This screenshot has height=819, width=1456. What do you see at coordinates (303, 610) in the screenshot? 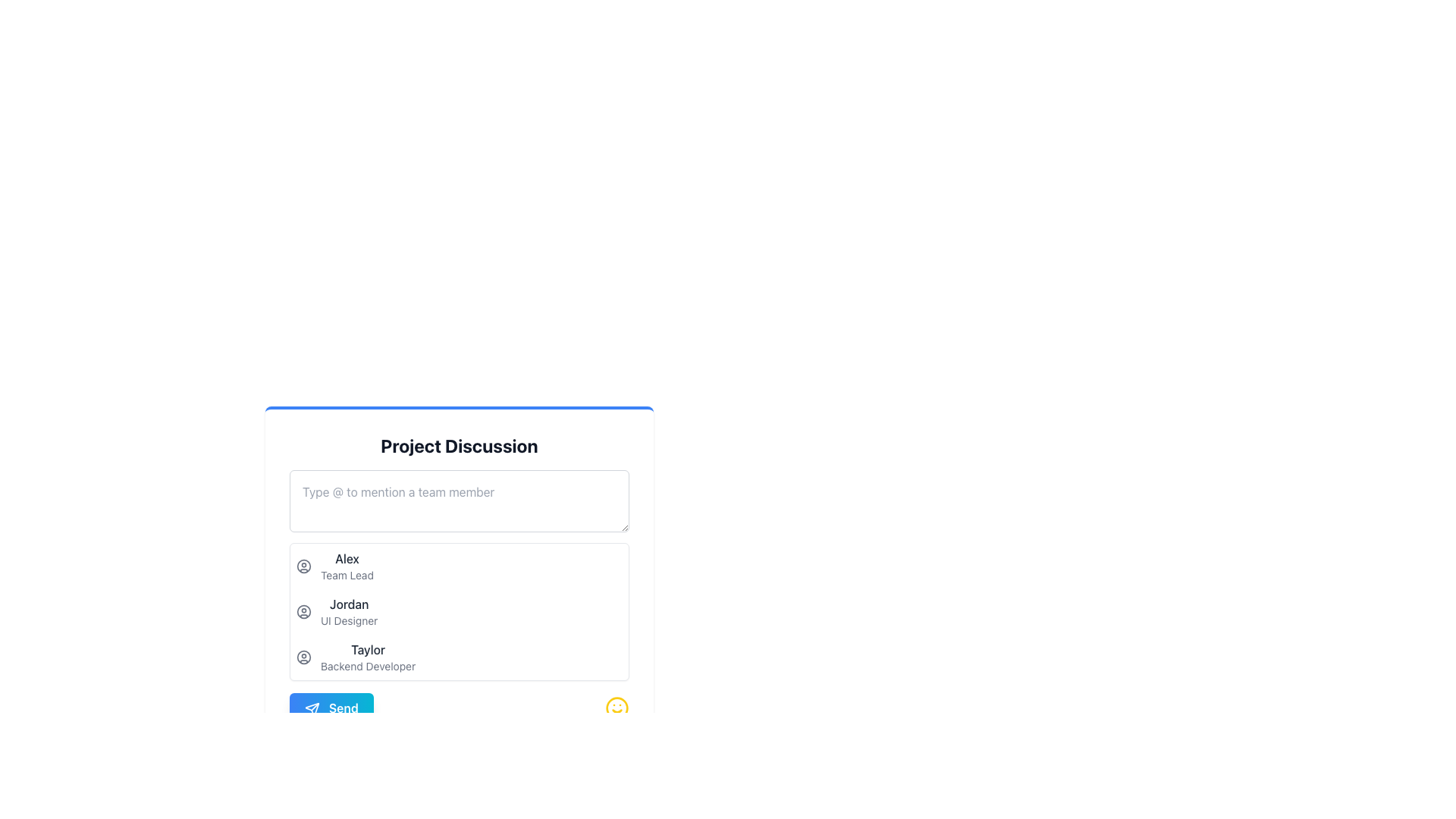
I see `the circular user icon representing 'Jordan' in the 'Project Discussion' list` at bounding box center [303, 610].